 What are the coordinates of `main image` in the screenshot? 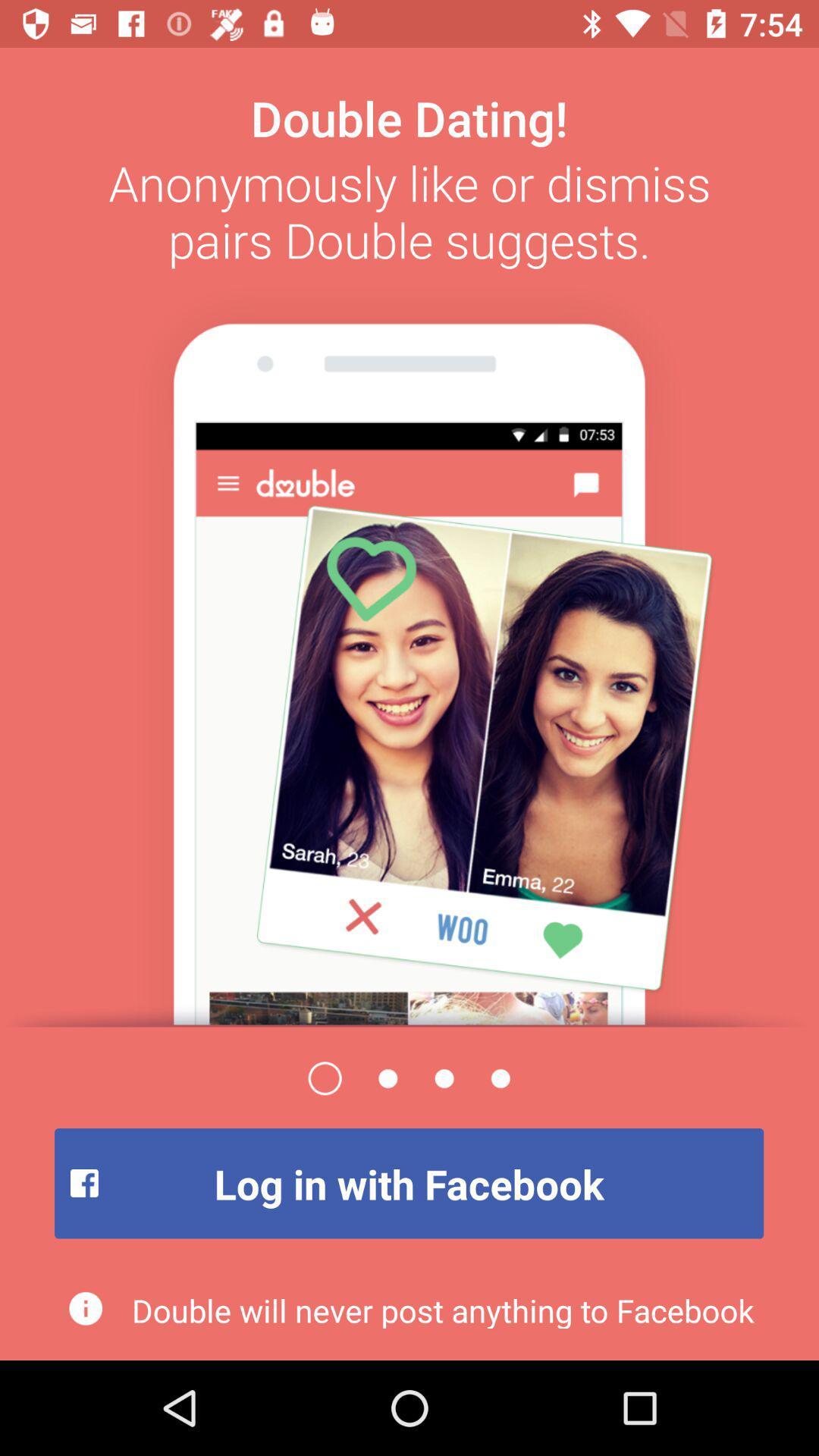 It's located at (409, 651).